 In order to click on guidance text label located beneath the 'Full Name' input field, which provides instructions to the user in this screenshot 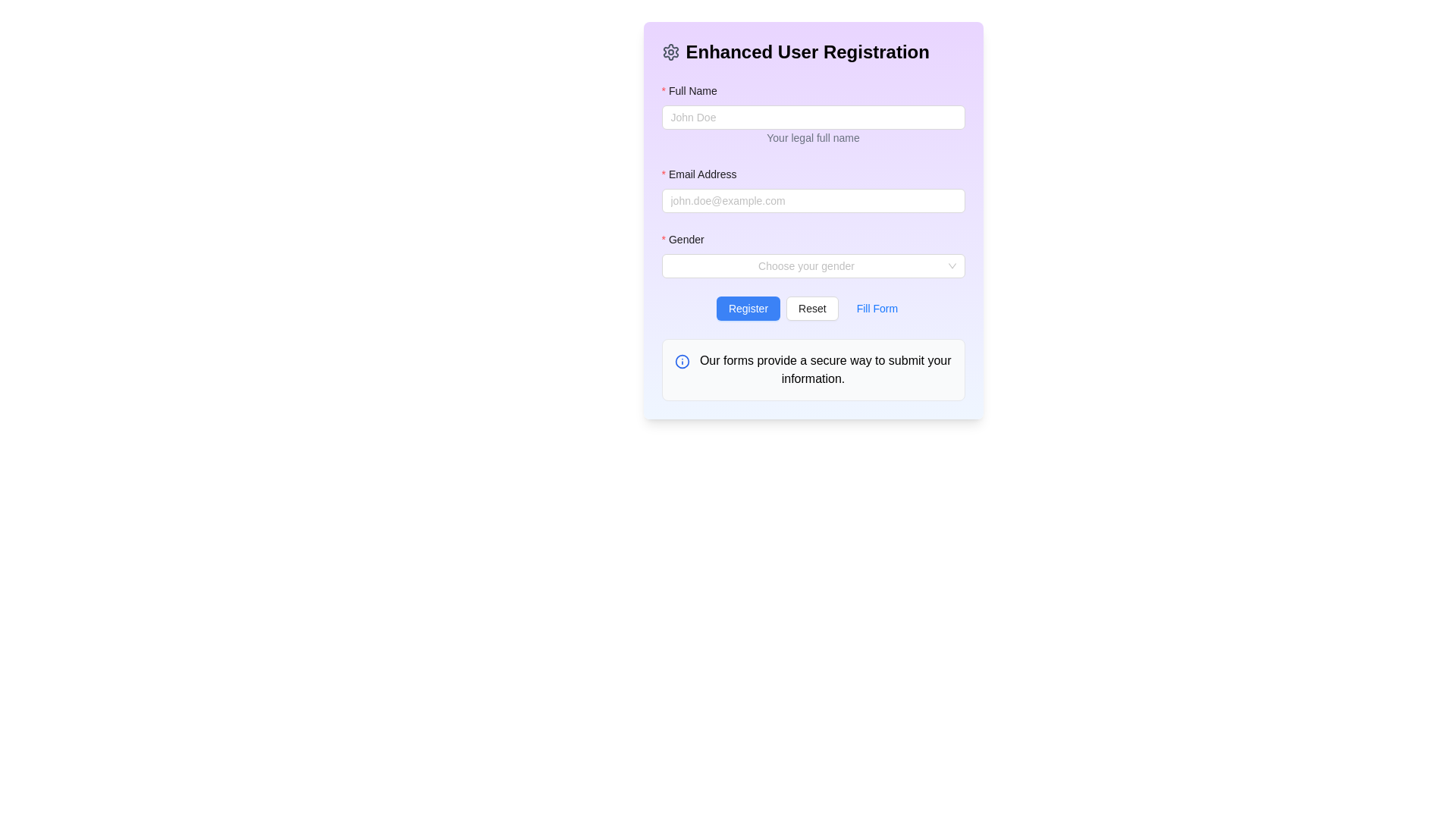, I will do `click(812, 138)`.